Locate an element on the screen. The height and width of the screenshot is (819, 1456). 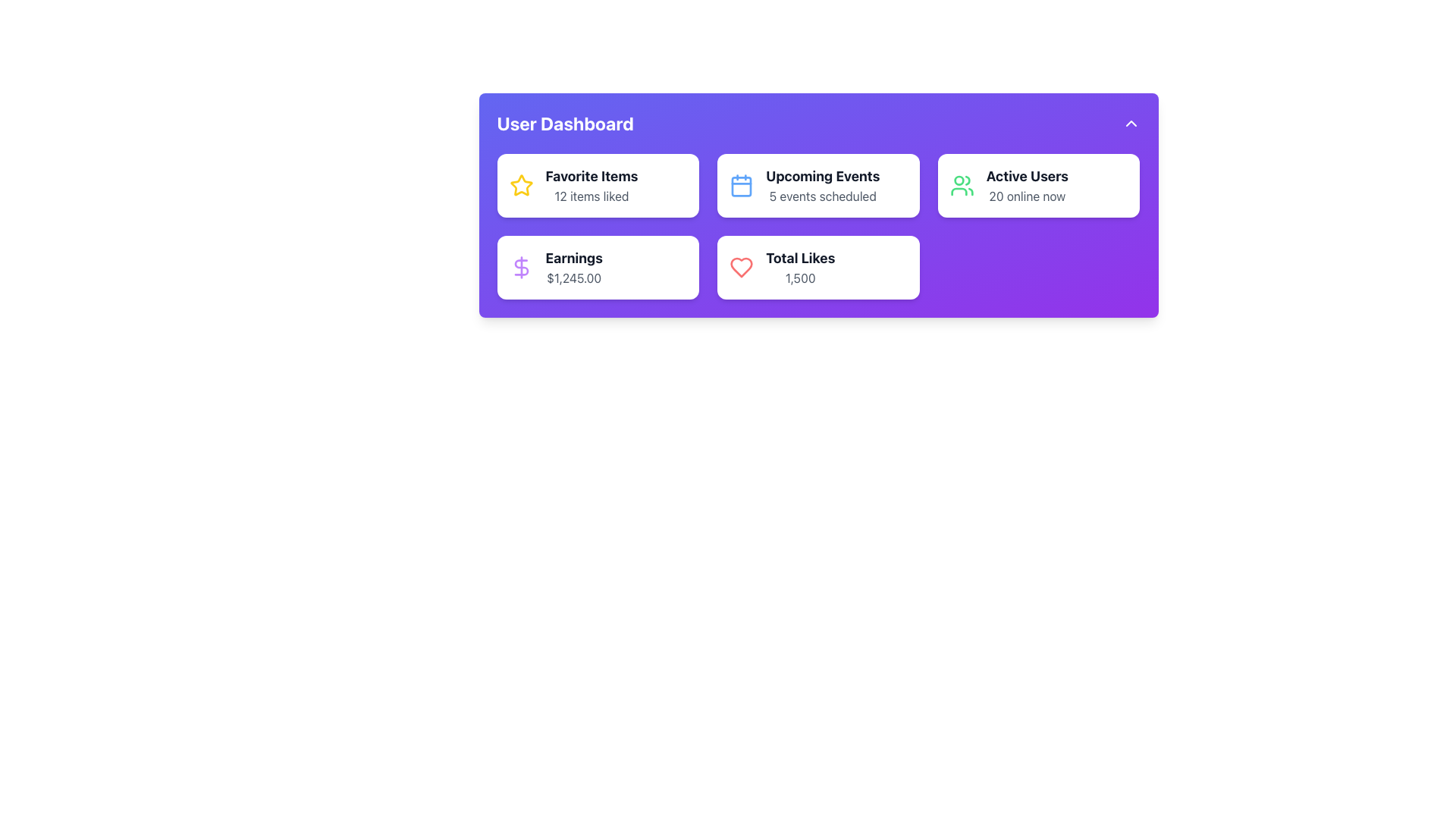
the text displaying the total number of likes, located within the 'Total Likes' card, positioned in the bottom row and second column of the dashboard layout is located at coordinates (799, 278).